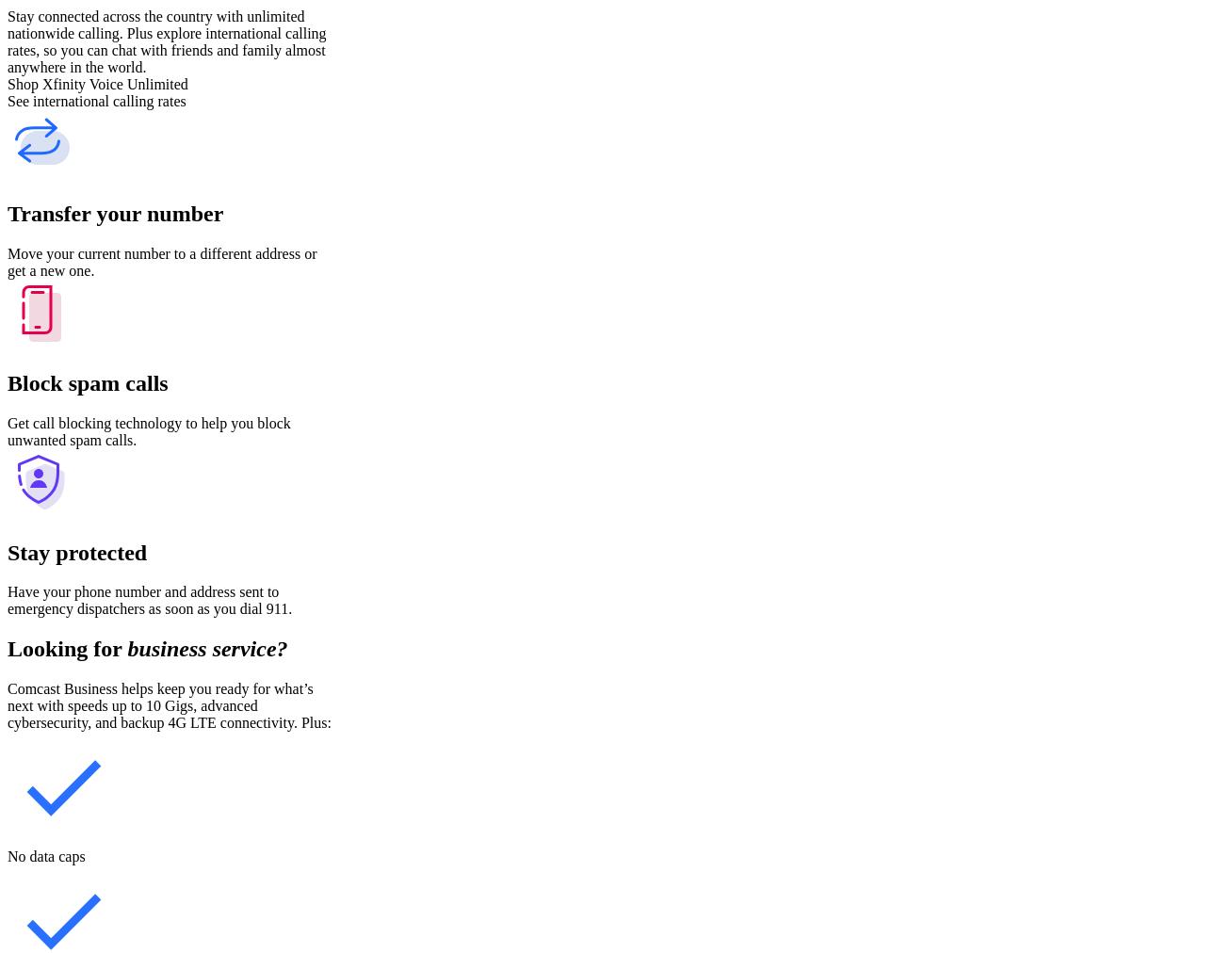  I want to click on 'Stay protected', so click(7, 551).